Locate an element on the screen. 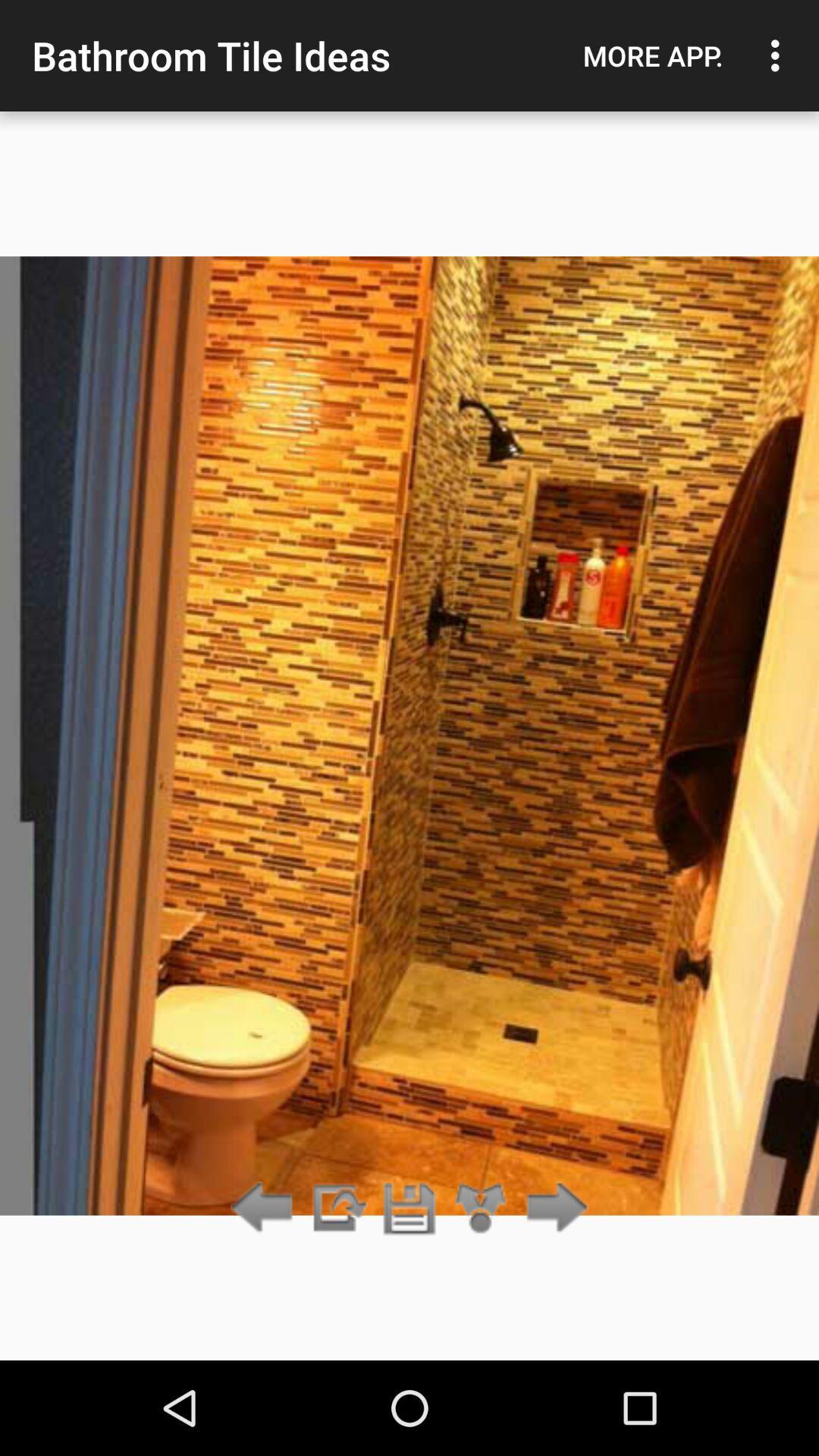 This screenshot has width=819, height=1456. icon below bathroom tile ideas icon is located at coordinates (337, 1208).